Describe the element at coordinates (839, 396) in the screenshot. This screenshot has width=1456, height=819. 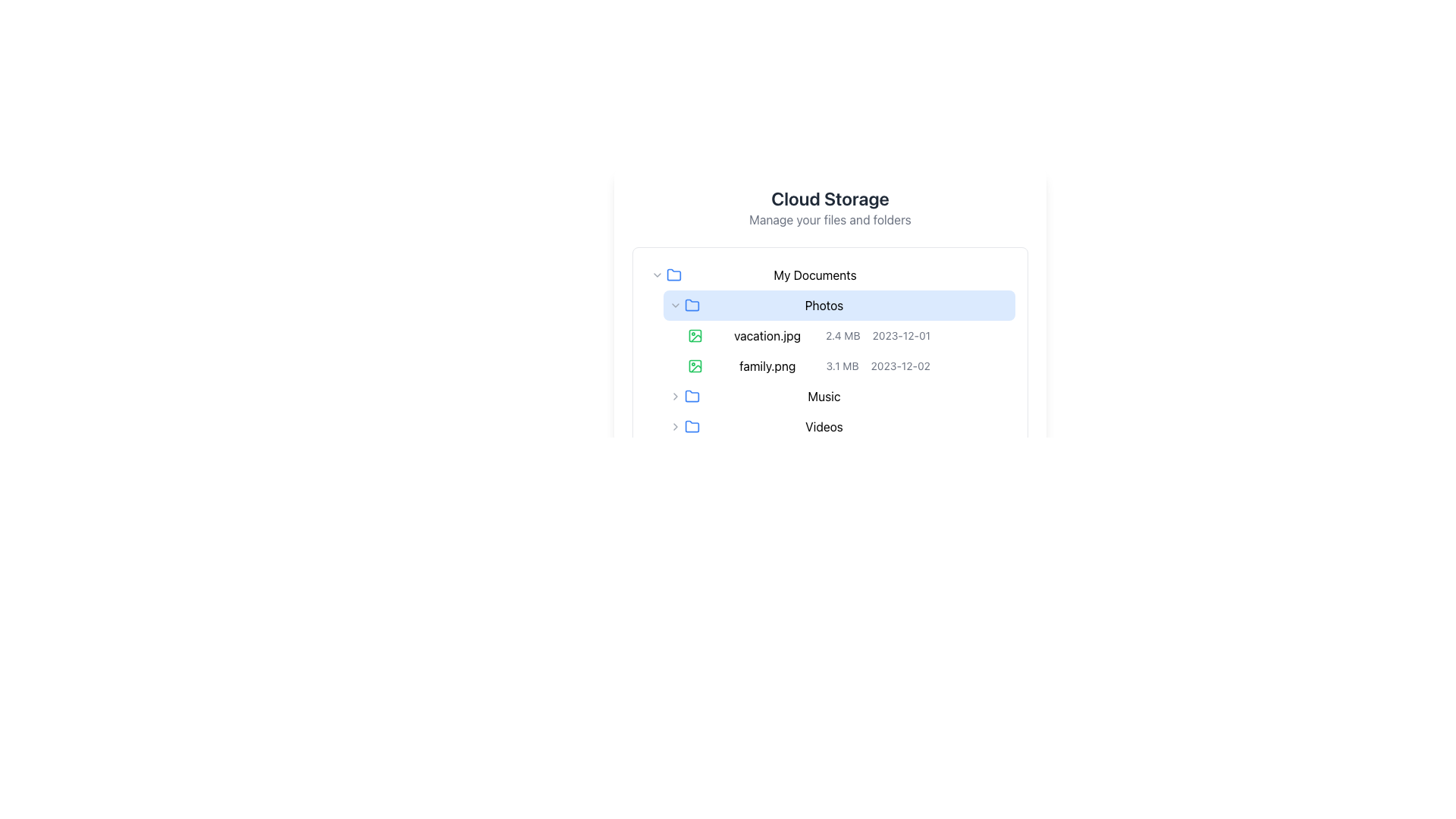
I see `the 'Music' folder item` at that location.